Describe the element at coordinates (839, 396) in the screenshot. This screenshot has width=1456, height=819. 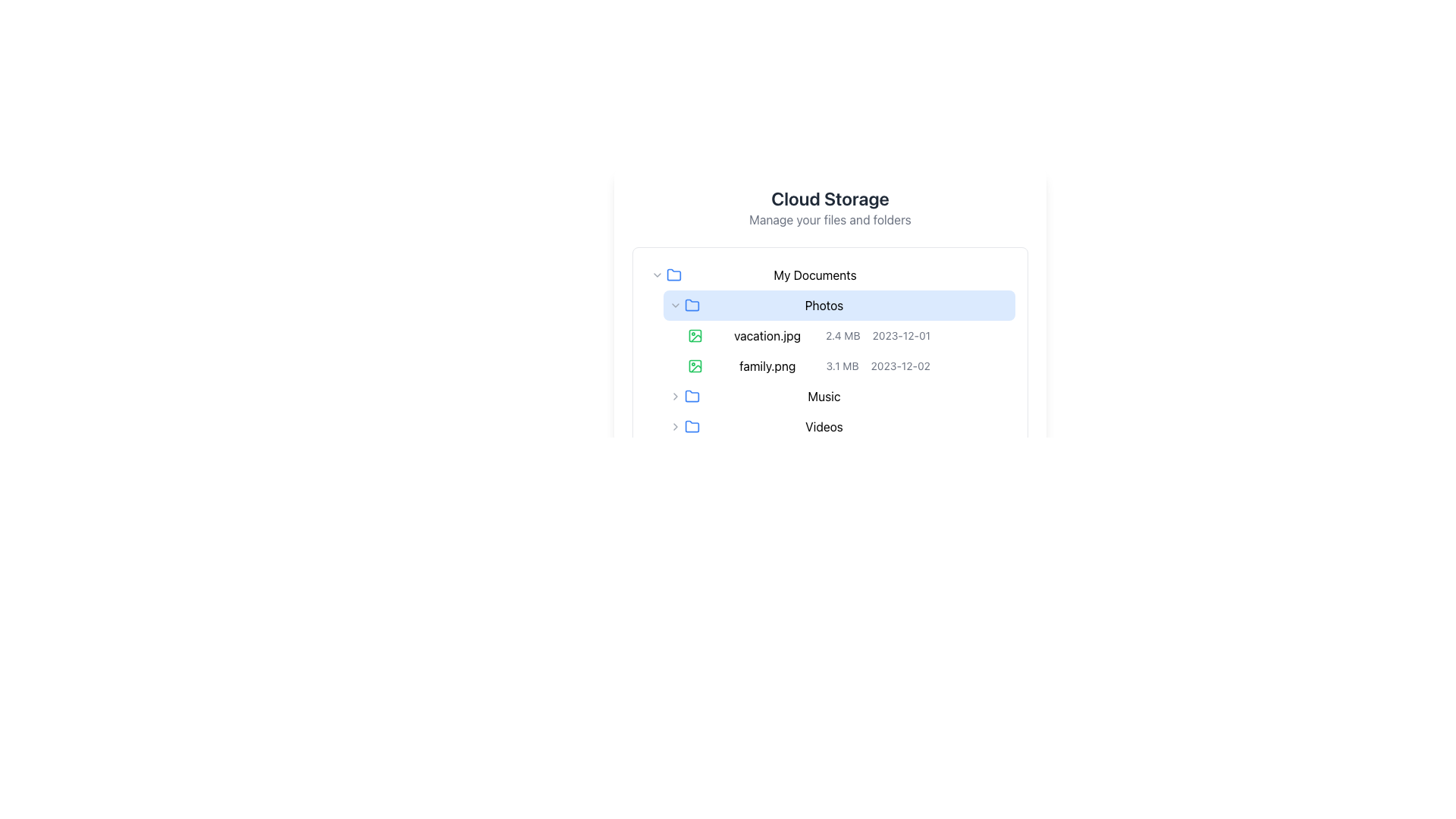
I see `the 'Music' folder item` at that location.